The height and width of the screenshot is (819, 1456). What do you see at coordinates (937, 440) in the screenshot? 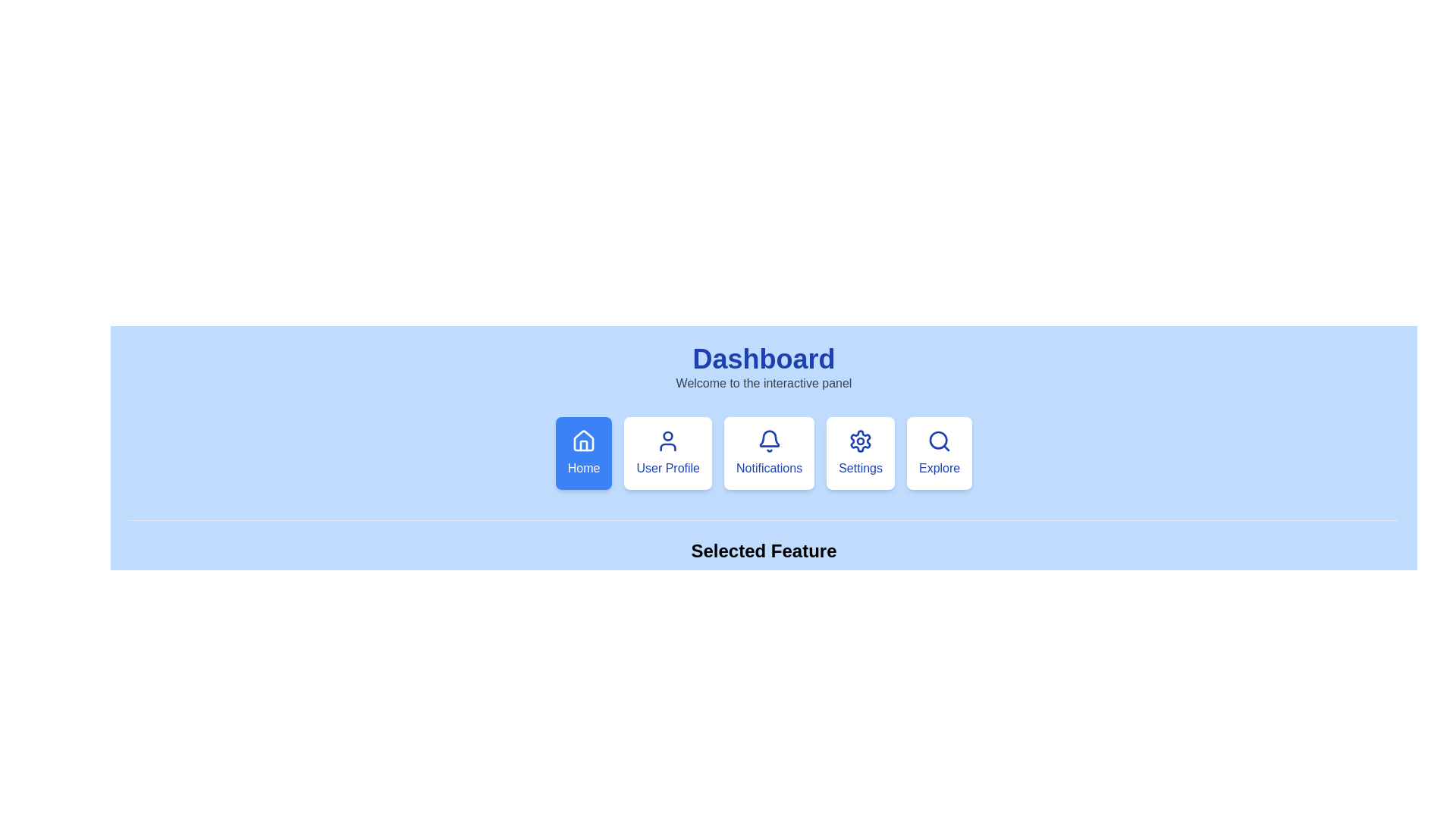
I see `the 'Explore' button, which contains a circular outline representing a magnifying glass icon located at the far right of the feature selection panel` at bounding box center [937, 440].